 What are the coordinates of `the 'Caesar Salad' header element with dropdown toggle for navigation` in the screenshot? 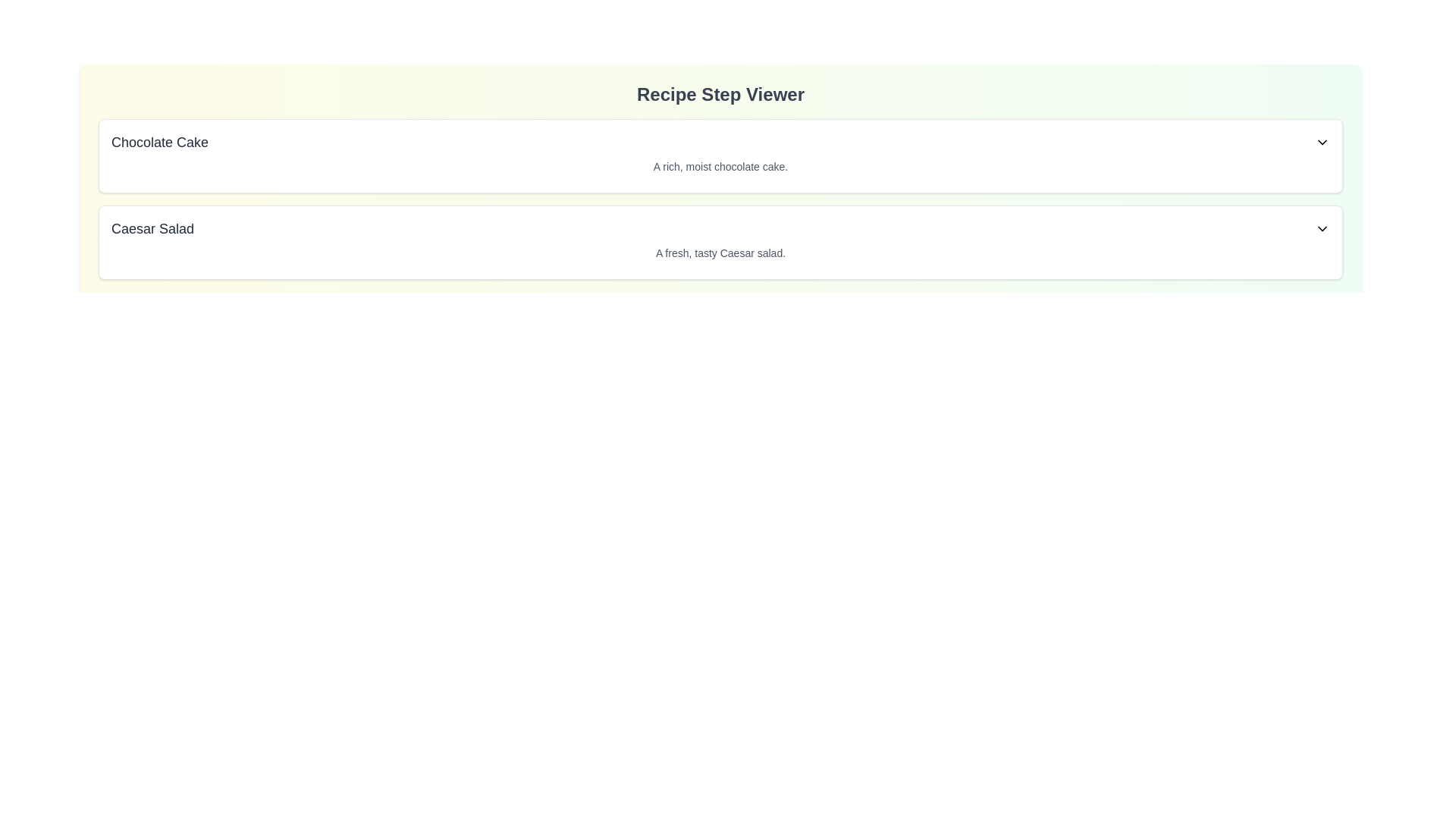 It's located at (720, 228).